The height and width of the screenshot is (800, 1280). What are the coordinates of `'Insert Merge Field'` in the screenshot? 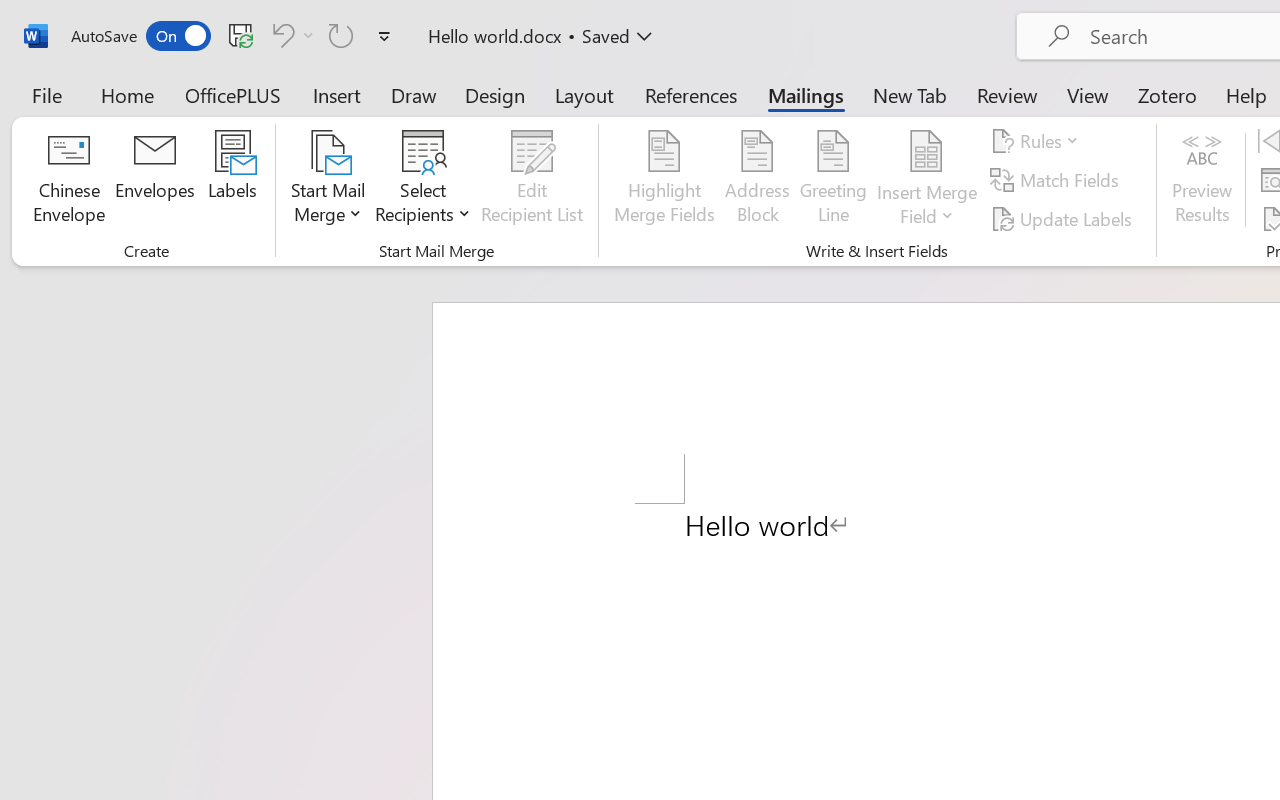 It's located at (926, 151).